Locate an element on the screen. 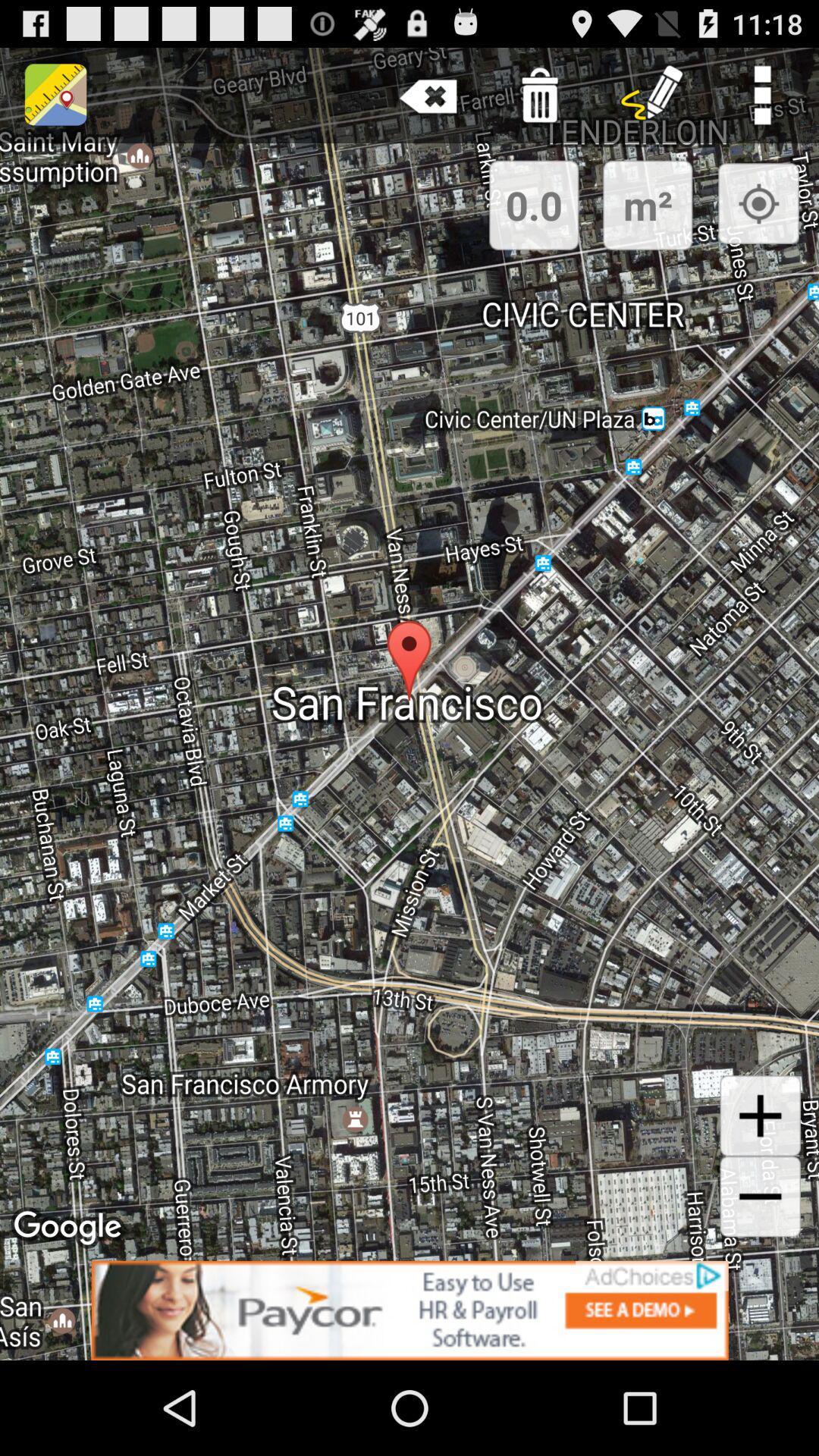 This screenshot has height=1456, width=819. the add icon is located at coordinates (760, 1193).